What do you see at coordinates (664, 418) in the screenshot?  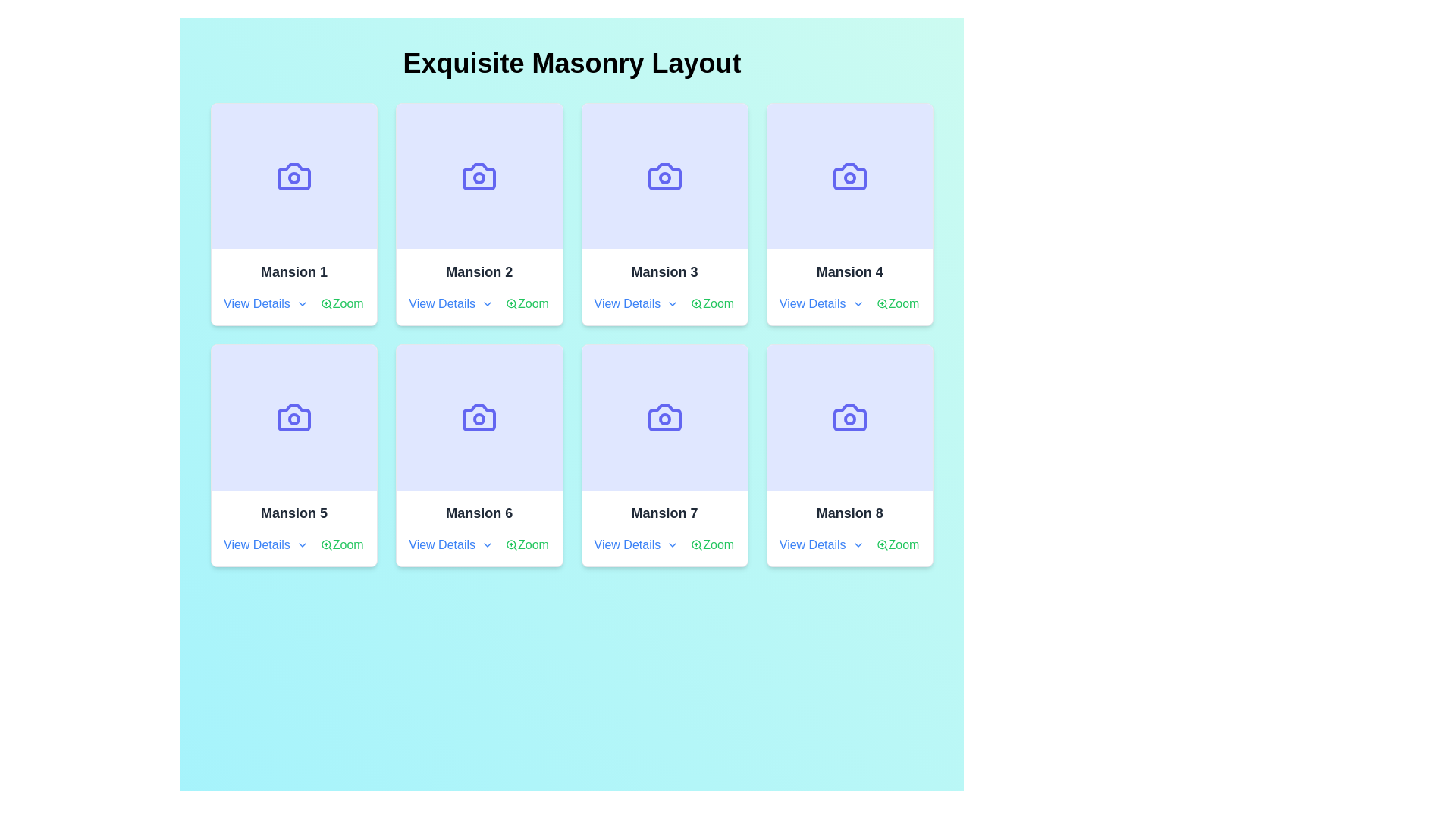 I see `the icon section representing the 'Mansion 7' card located in the second row, third column of the grid layout` at bounding box center [664, 418].